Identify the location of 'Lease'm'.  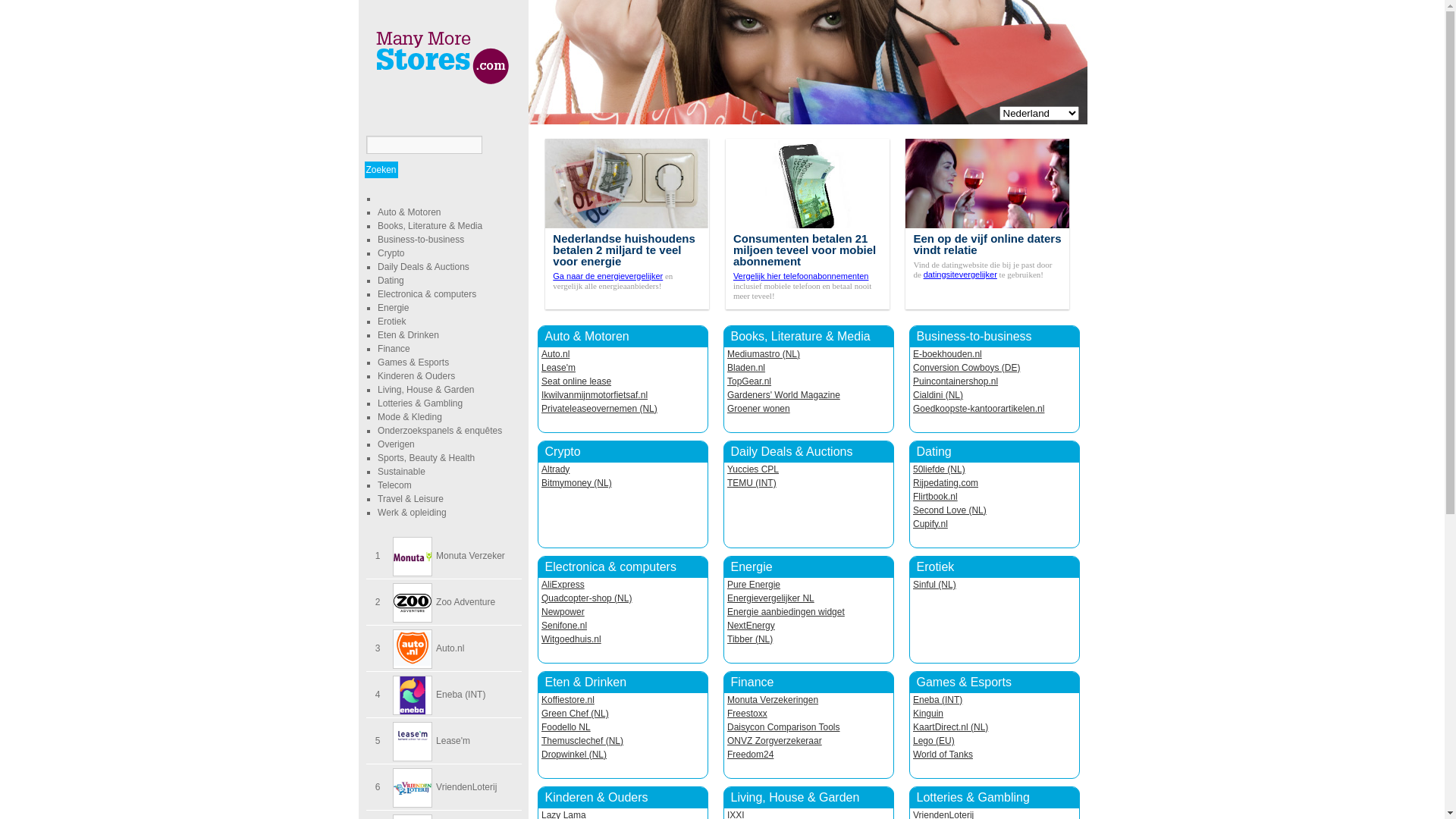
(452, 739).